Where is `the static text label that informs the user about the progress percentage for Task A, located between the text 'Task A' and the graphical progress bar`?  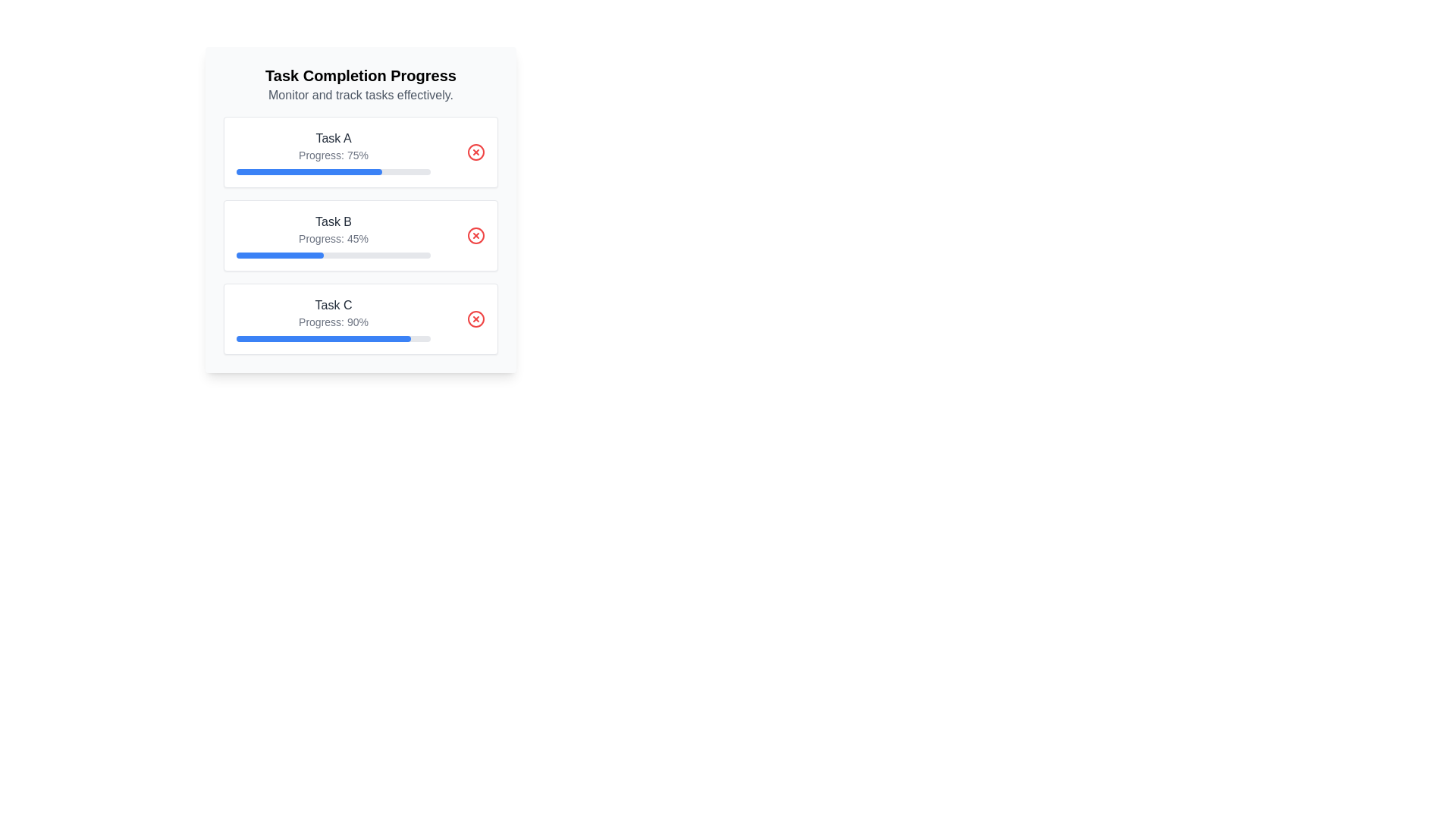 the static text label that informs the user about the progress percentage for Task A, located between the text 'Task A' and the graphical progress bar is located at coordinates (333, 155).